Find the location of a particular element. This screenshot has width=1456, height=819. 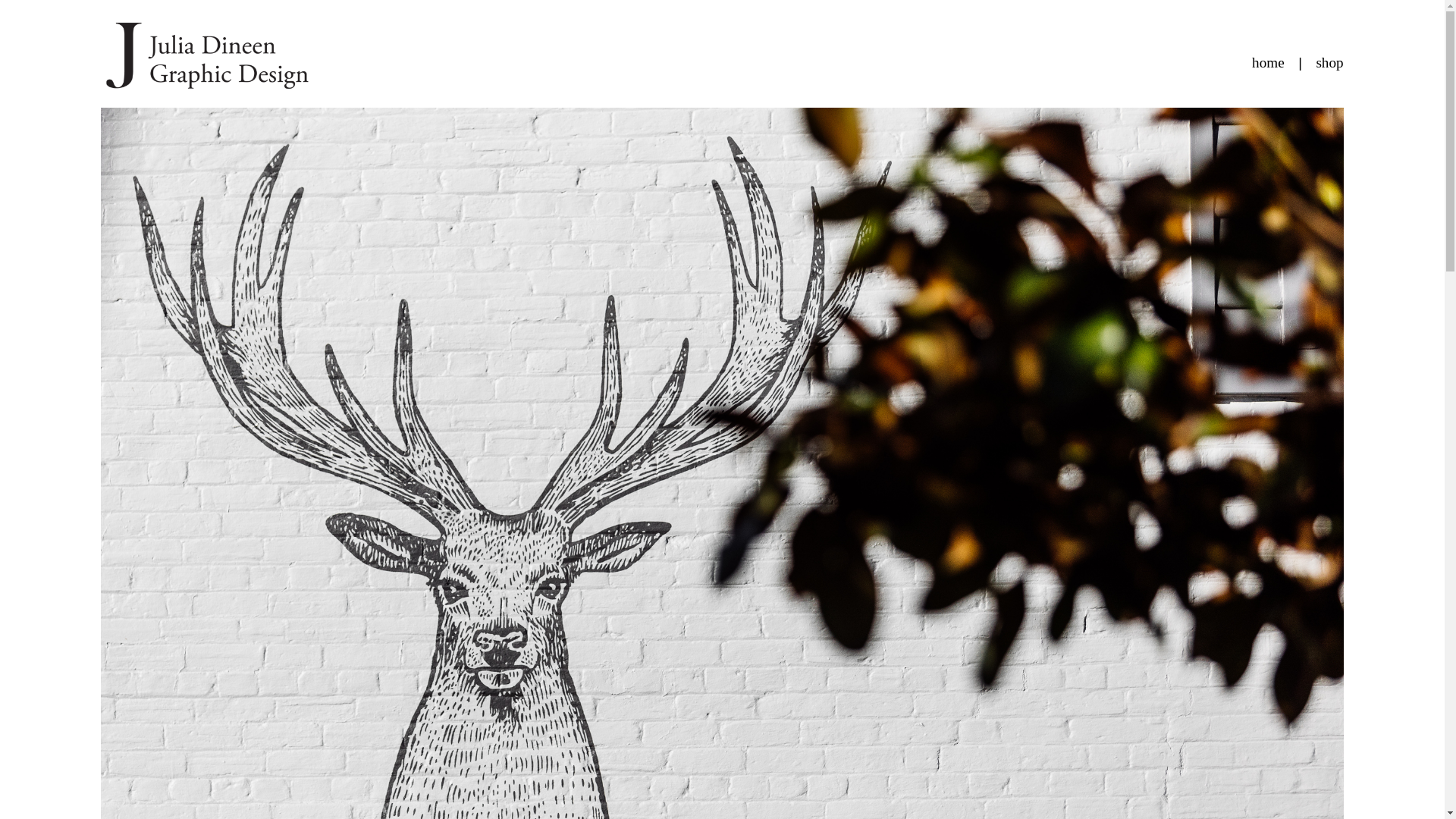

'home' is located at coordinates (1268, 61).